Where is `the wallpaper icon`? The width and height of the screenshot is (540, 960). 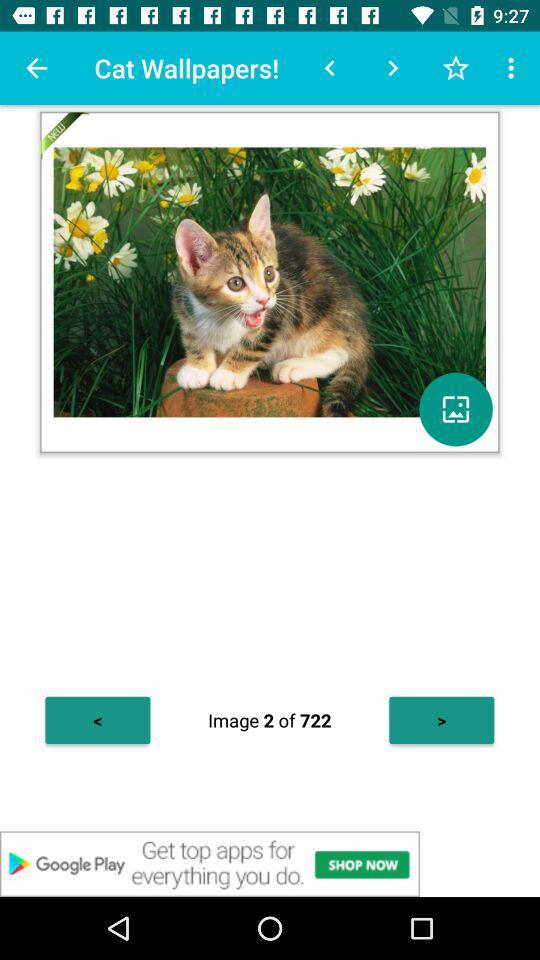 the wallpaper icon is located at coordinates (455, 408).